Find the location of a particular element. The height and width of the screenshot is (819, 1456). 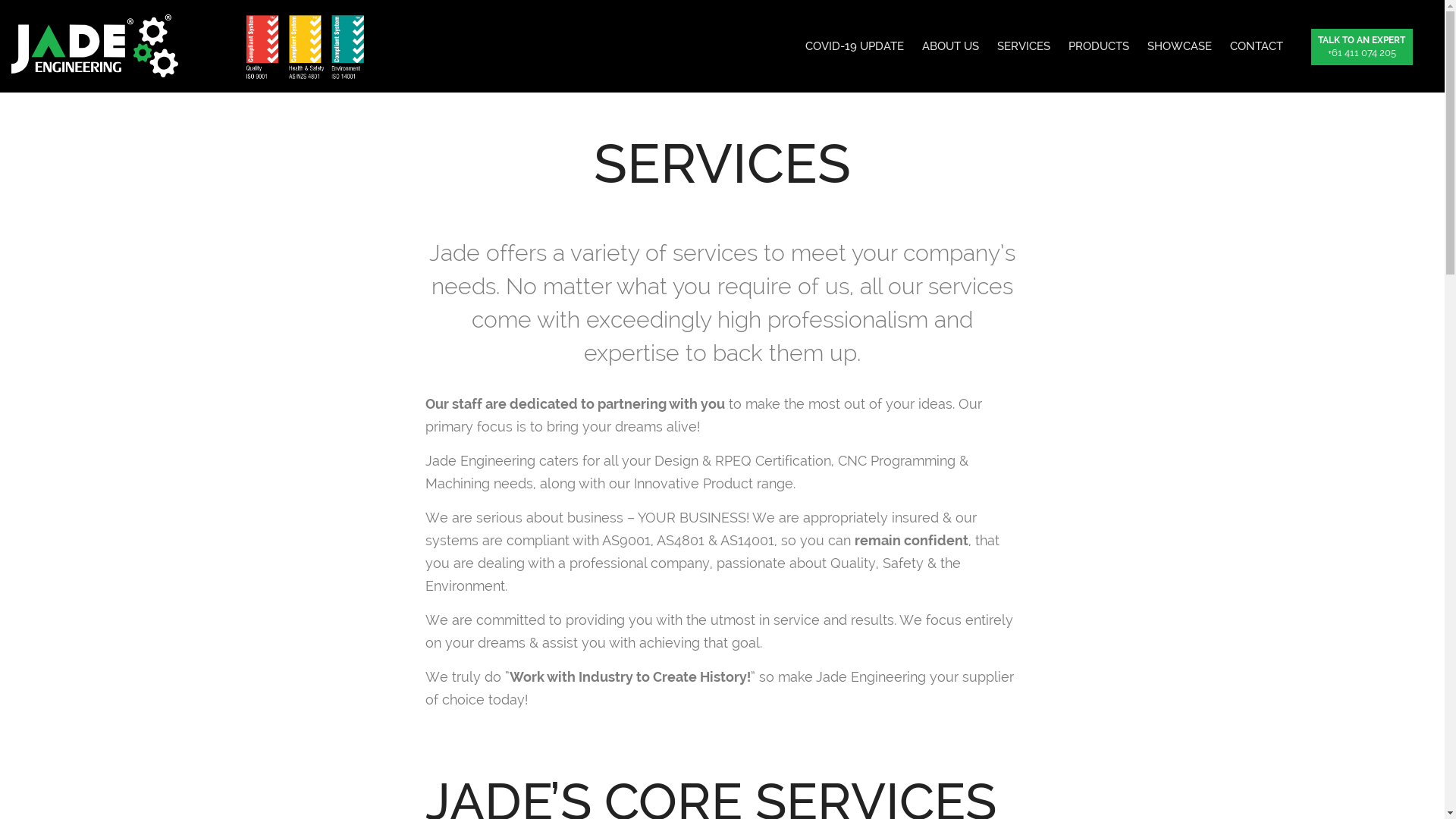

'SHOWCASE' is located at coordinates (1137, 45).